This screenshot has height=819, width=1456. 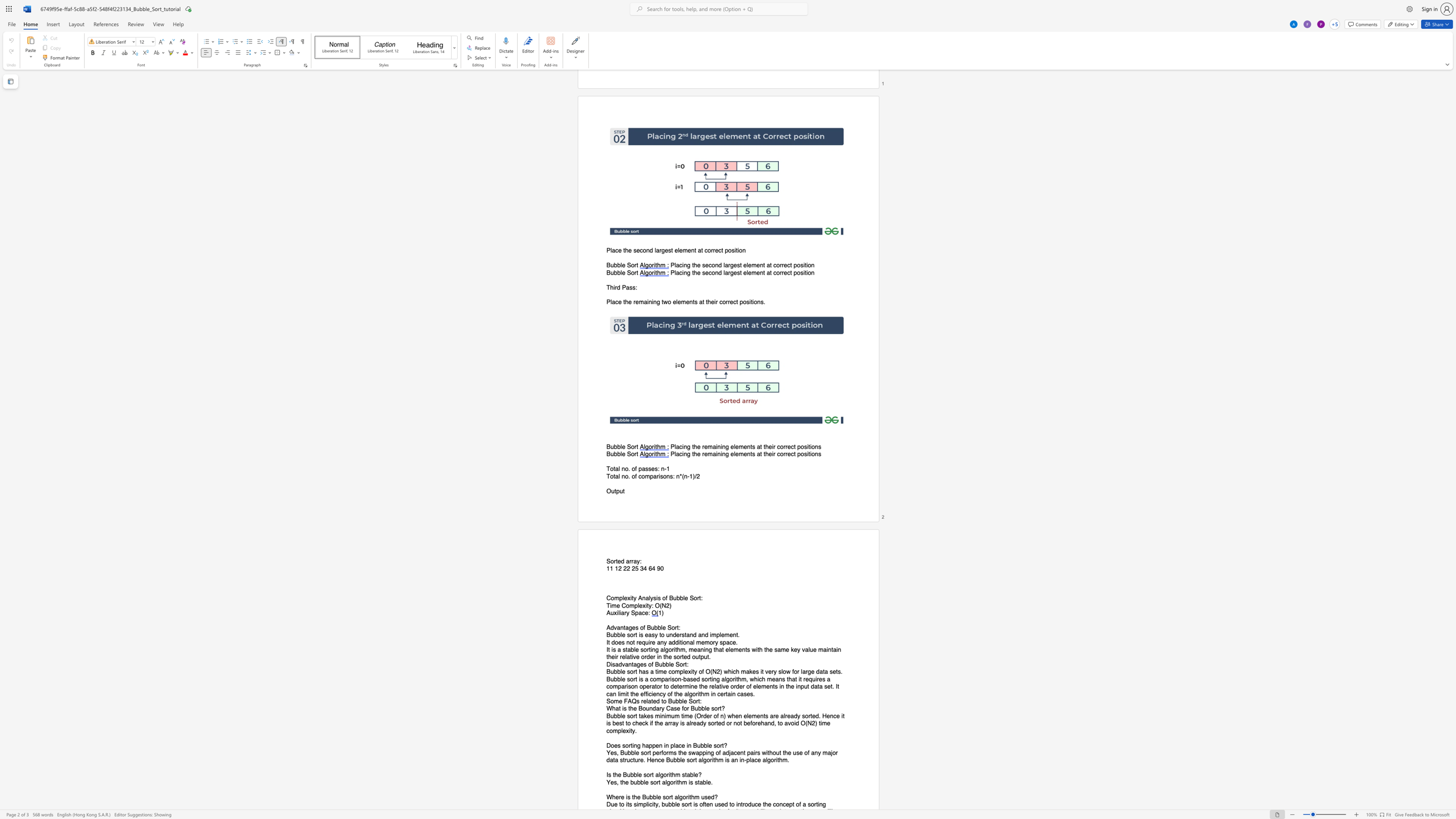 What do you see at coordinates (686, 598) in the screenshot?
I see `the 2th character "e" in the text` at bounding box center [686, 598].